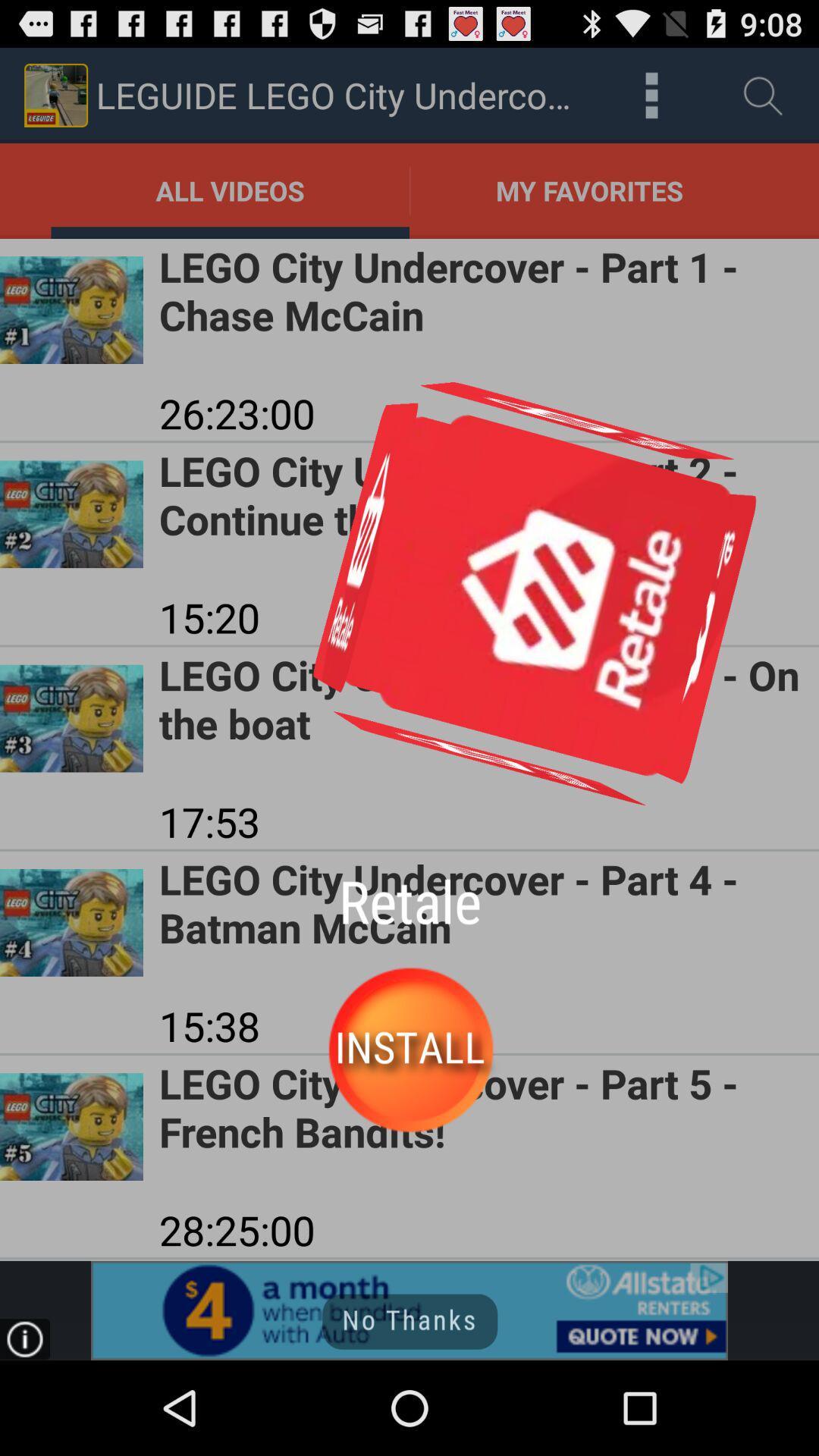 The width and height of the screenshot is (819, 1456). What do you see at coordinates (409, 1310) in the screenshot?
I see `learn about this product` at bounding box center [409, 1310].